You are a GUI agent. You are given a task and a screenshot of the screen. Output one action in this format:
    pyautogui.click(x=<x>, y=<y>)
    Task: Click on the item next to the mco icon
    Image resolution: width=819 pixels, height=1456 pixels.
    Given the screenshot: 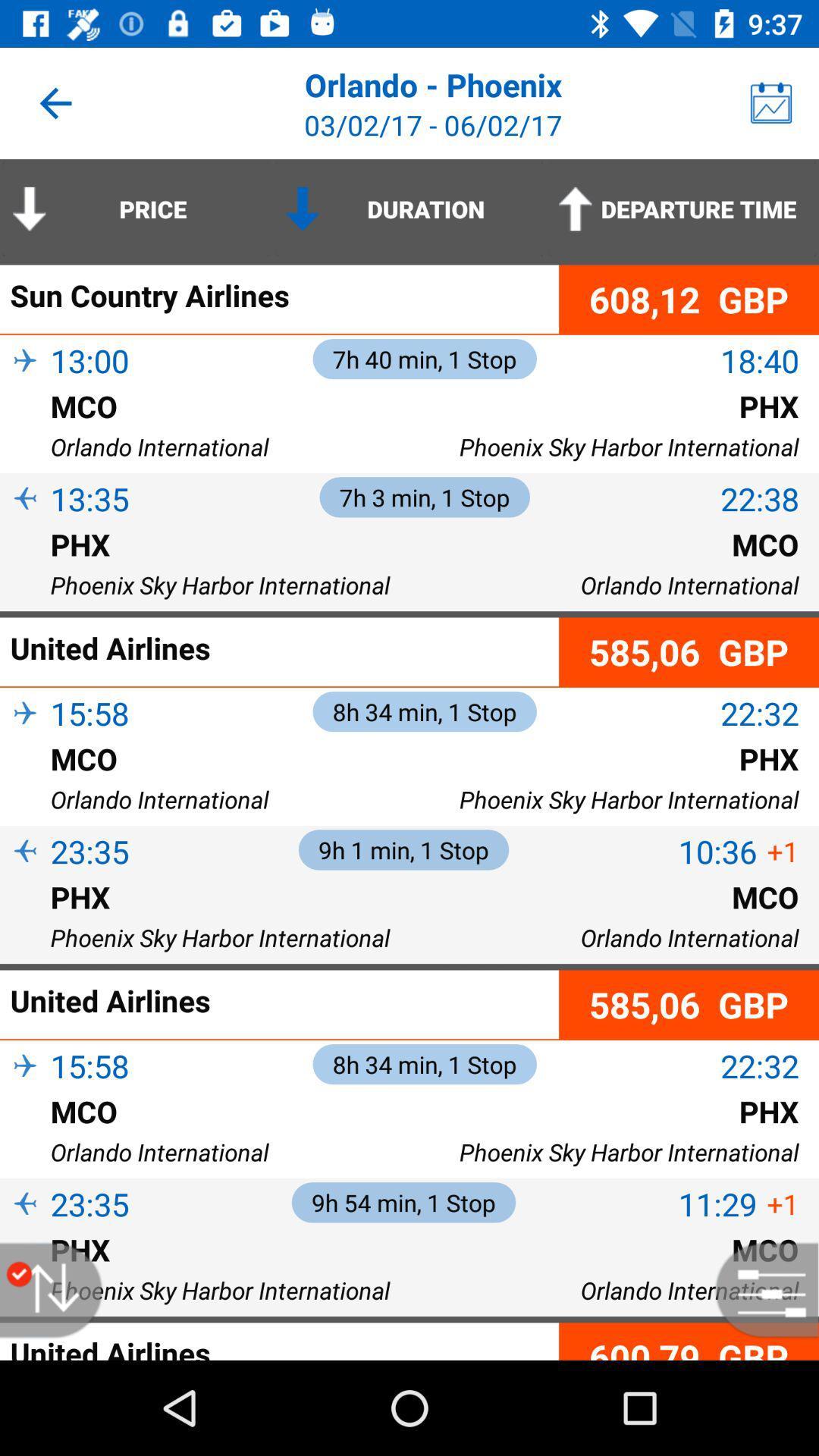 What is the action you would take?
    pyautogui.click(x=25, y=783)
    